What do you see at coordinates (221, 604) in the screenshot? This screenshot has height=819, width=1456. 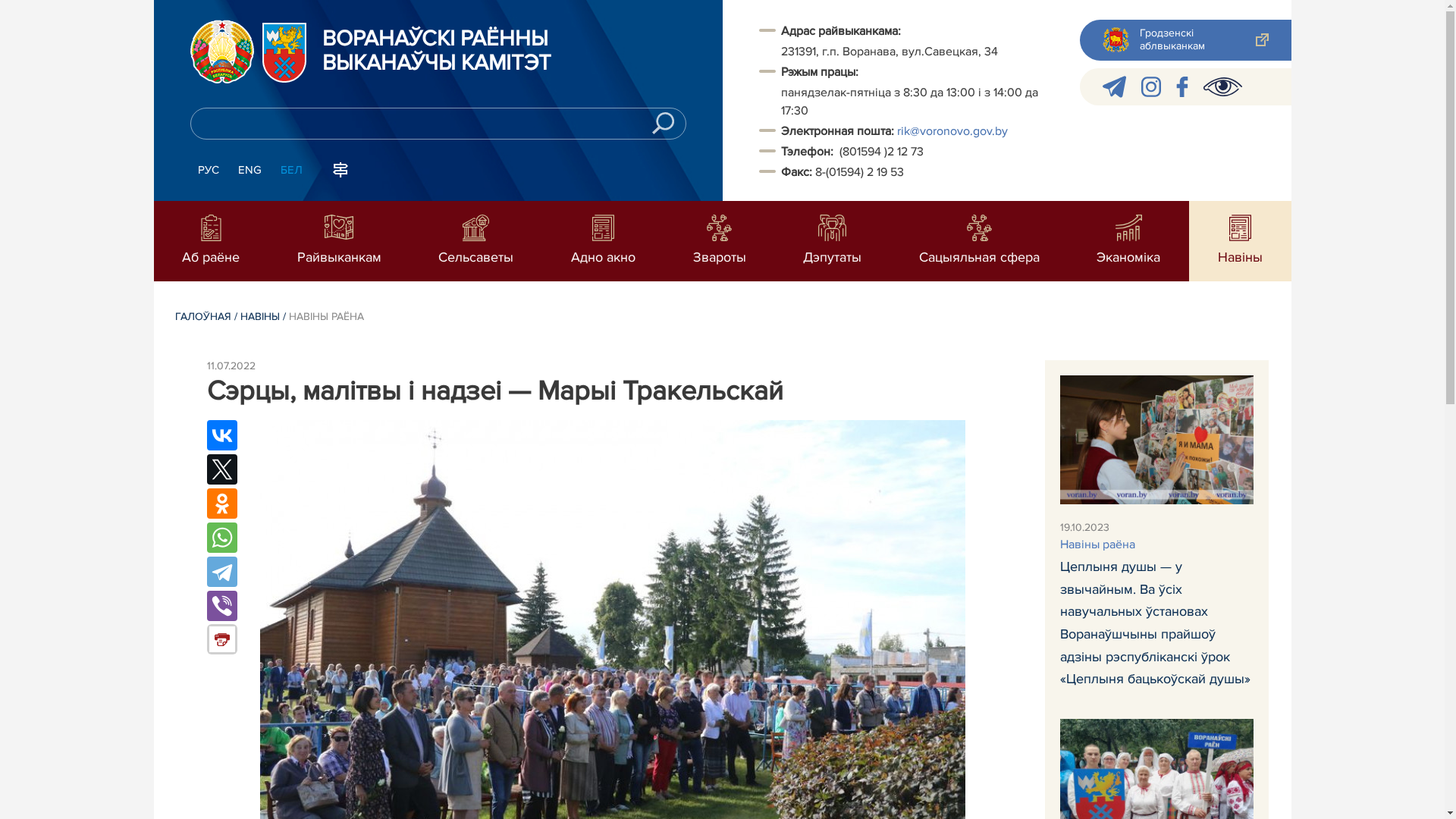 I see `'Viber'` at bounding box center [221, 604].